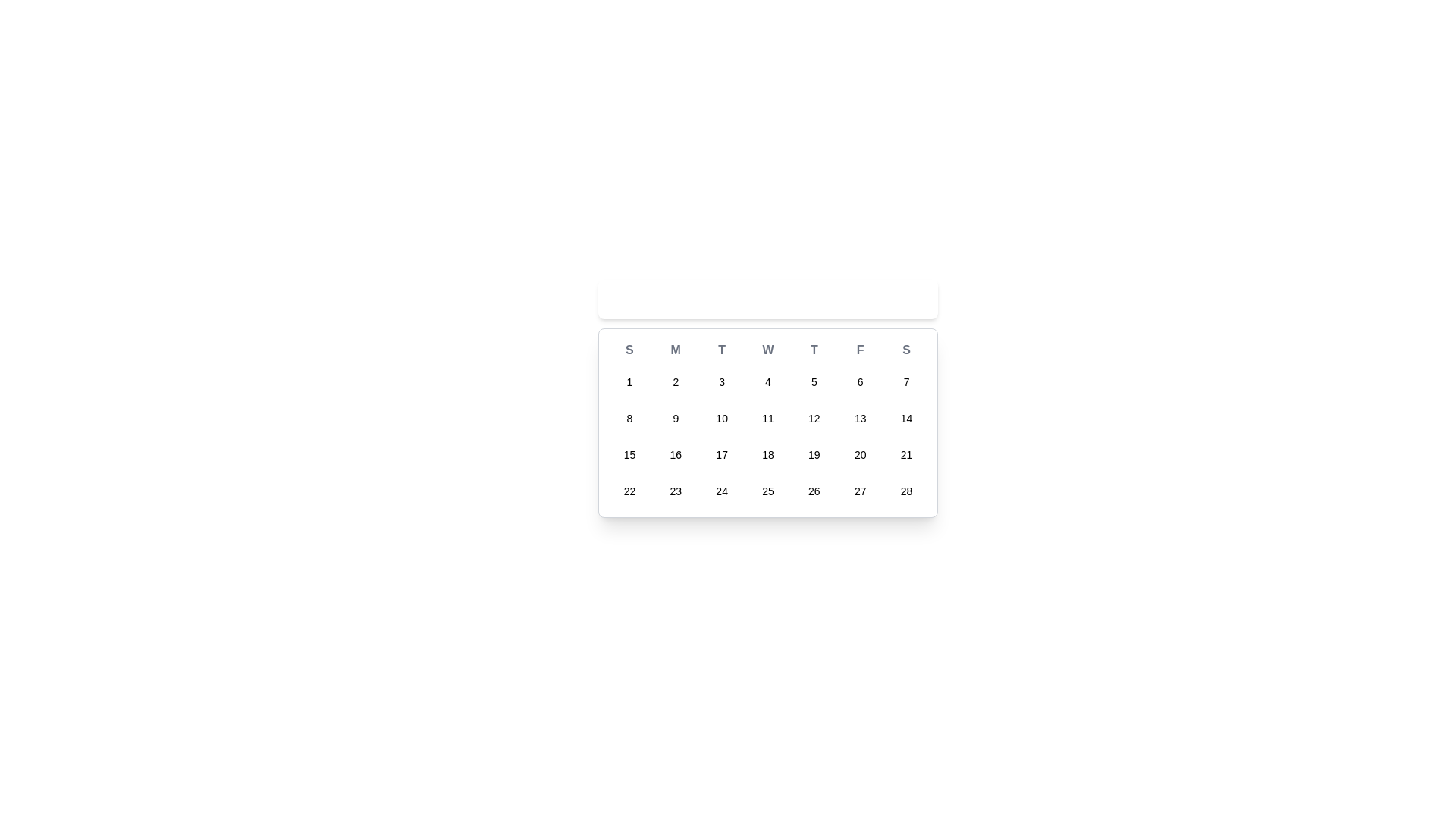 The image size is (1456, 819). What do you see at coordinates (906, 381) in the screenshot?
I see `the calendar date button representing the 7th day of the month, located under the 'S' weekday header` at bounding box center [906, 381].